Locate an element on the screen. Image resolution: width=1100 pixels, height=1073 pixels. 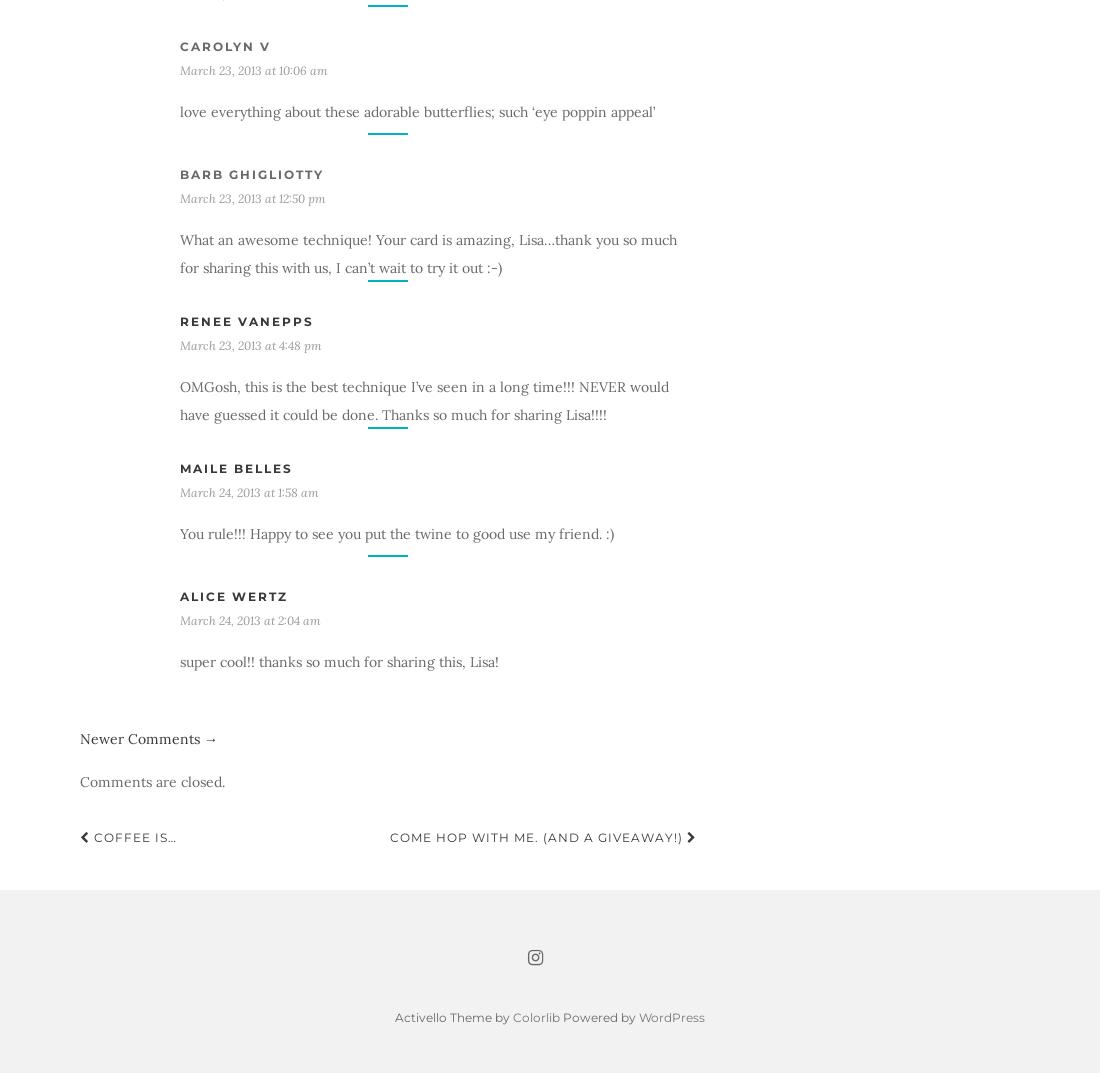
'super cool!! thanks so much for sharing this, Lisa!' is located at coordinates (178, 660).